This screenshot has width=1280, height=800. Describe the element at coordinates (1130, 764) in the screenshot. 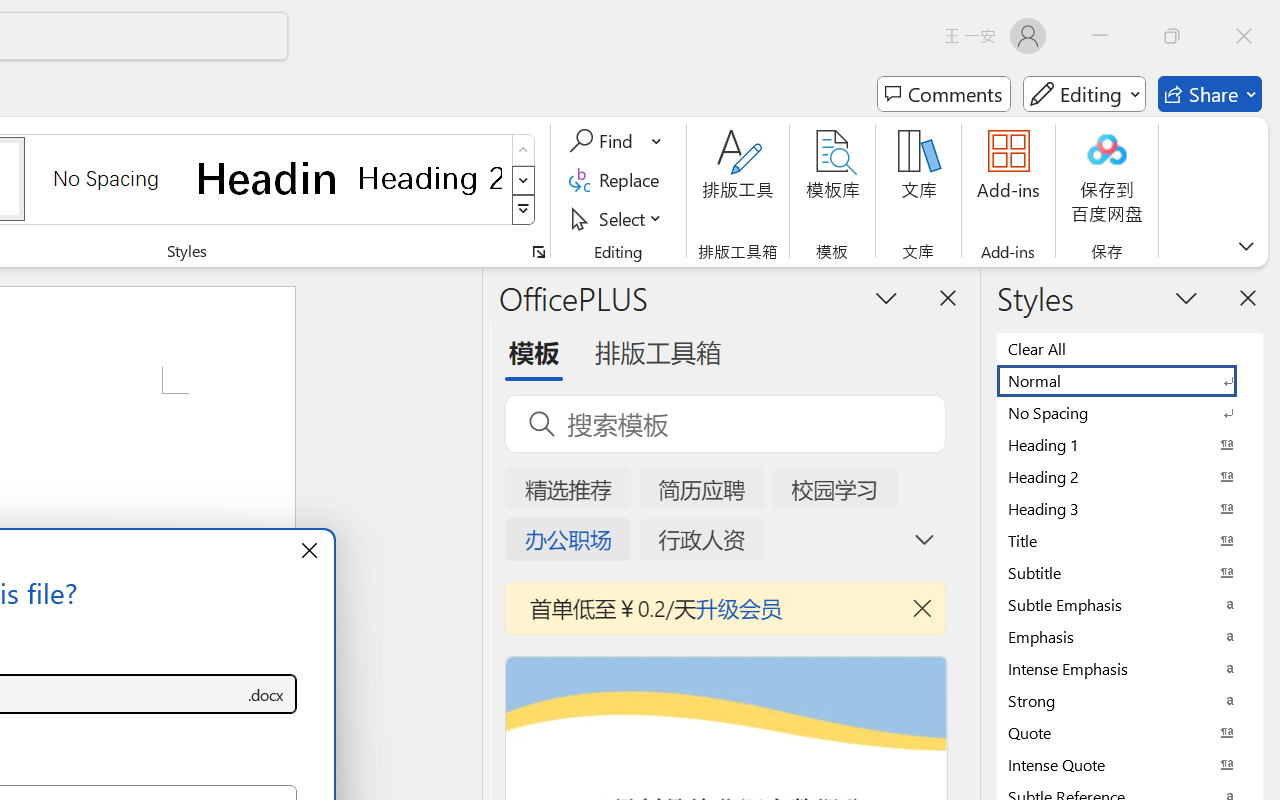

I see `'Intense Quote'` at that location.